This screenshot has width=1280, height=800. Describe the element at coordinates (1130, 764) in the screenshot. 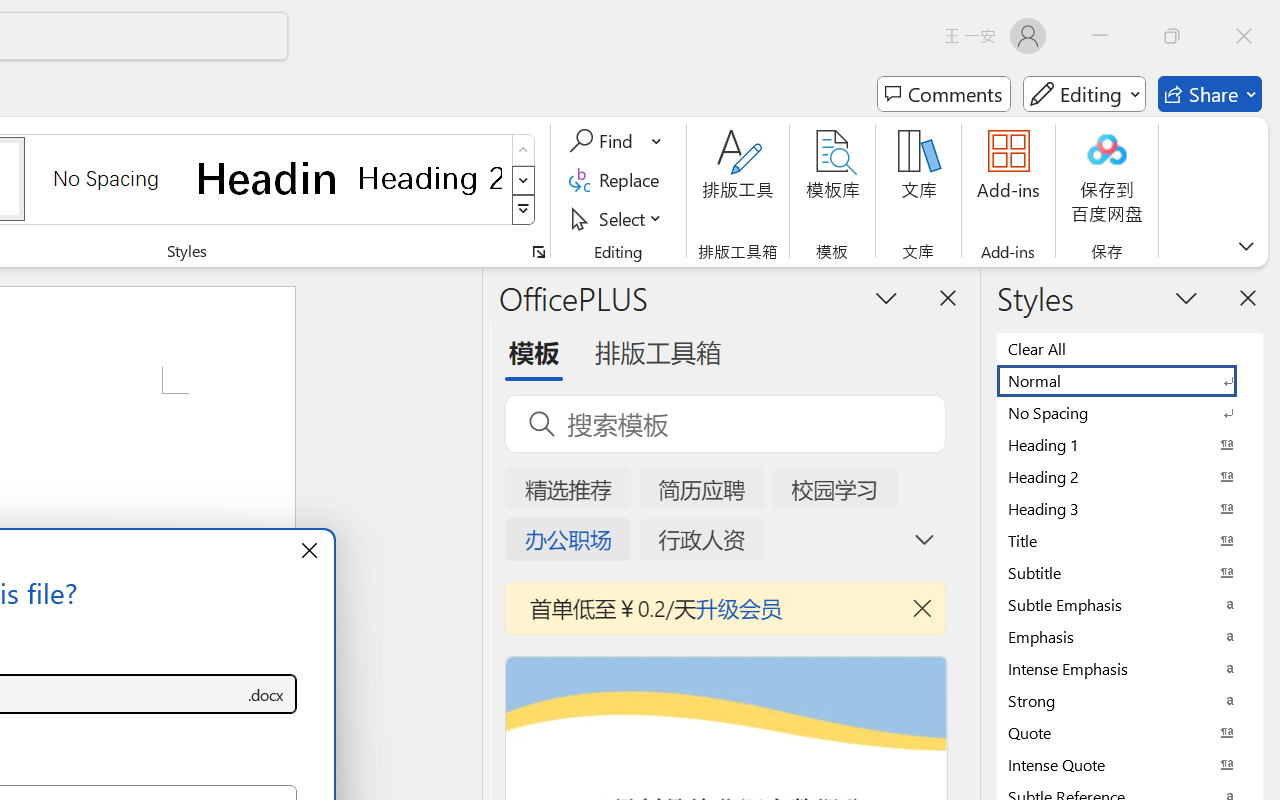

I see `'Intense Quote'` at that location.